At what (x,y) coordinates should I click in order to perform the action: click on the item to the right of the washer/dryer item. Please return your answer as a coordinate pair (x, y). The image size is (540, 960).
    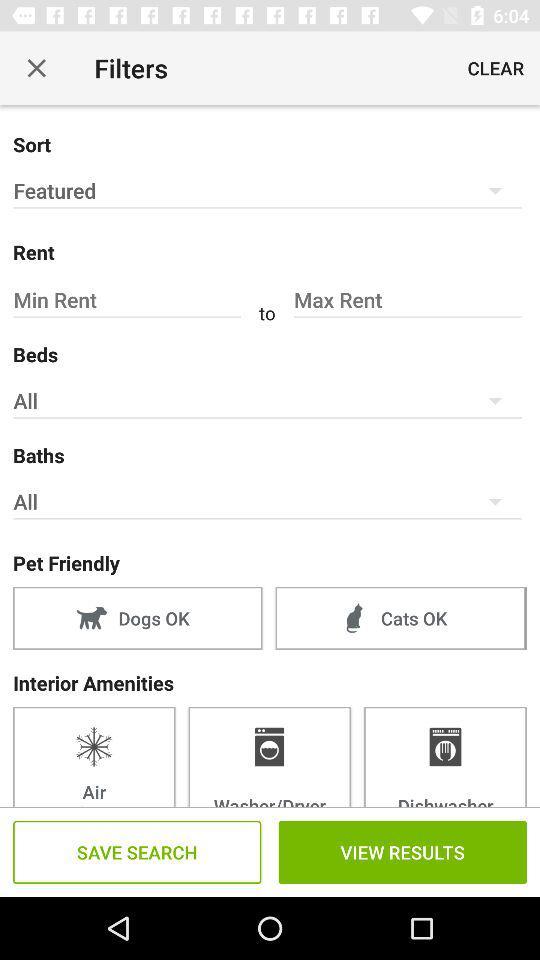
    Looking at the image, I should click on (445, 755).